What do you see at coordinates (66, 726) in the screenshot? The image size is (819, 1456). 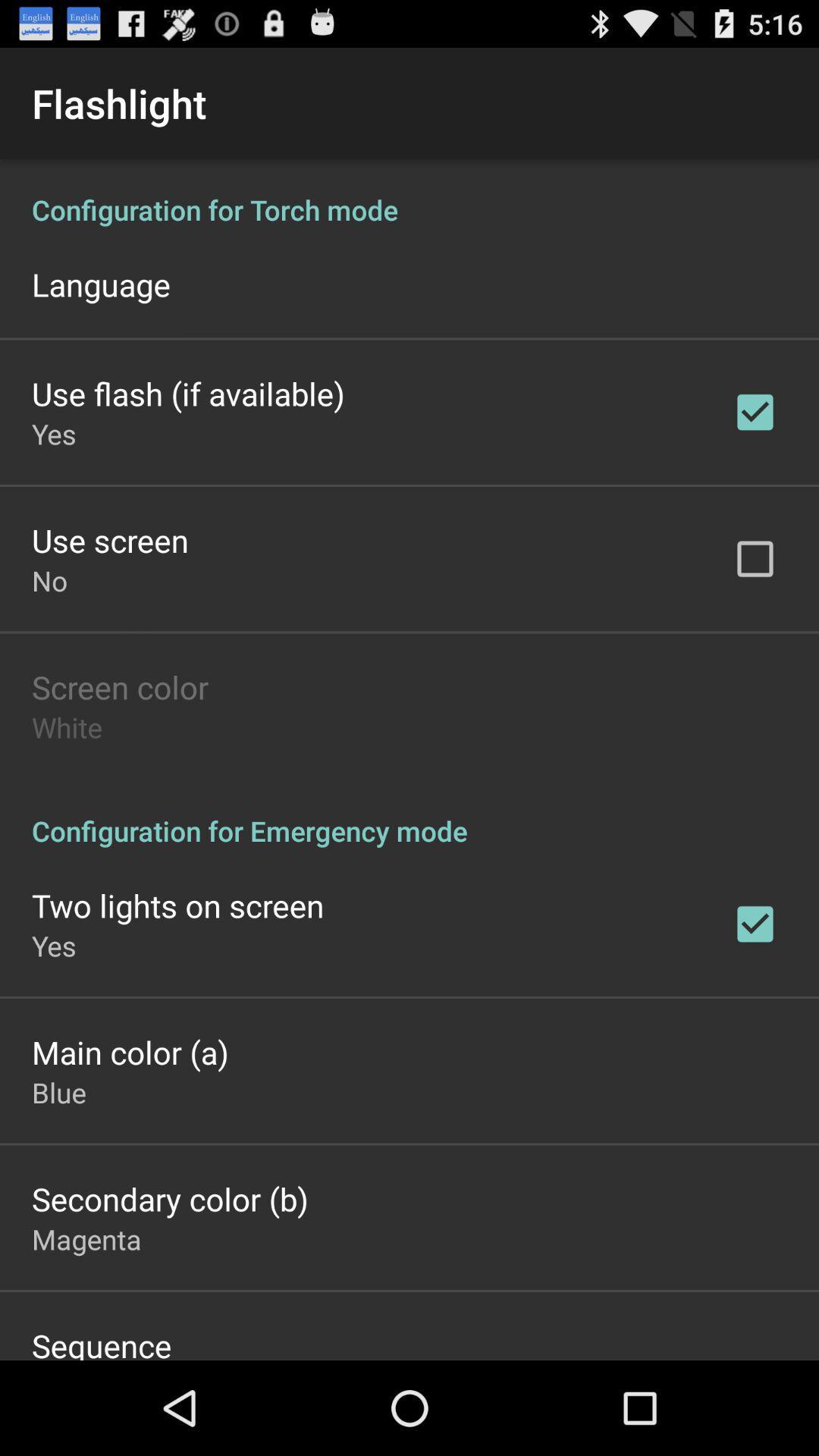 I see `app below screen color item` at bounding box center [66, 726].